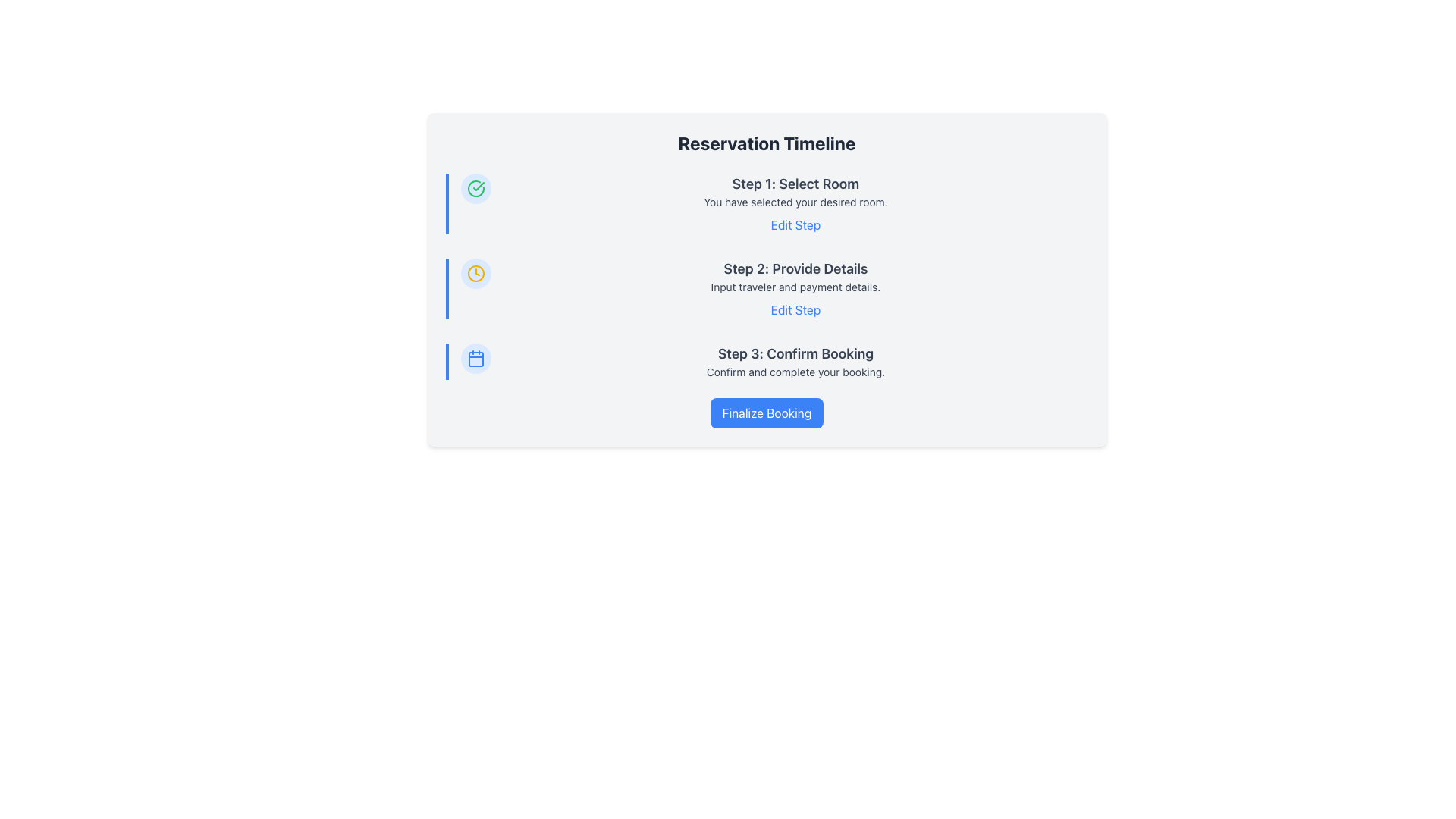 The image size is (1456, 819). Describe the element at coordinates (477, 186) in the screenshot. I see `the completion indicator icon for the first step in the vertical timeline located near the 'Step 1: Select Room' text` at that location.